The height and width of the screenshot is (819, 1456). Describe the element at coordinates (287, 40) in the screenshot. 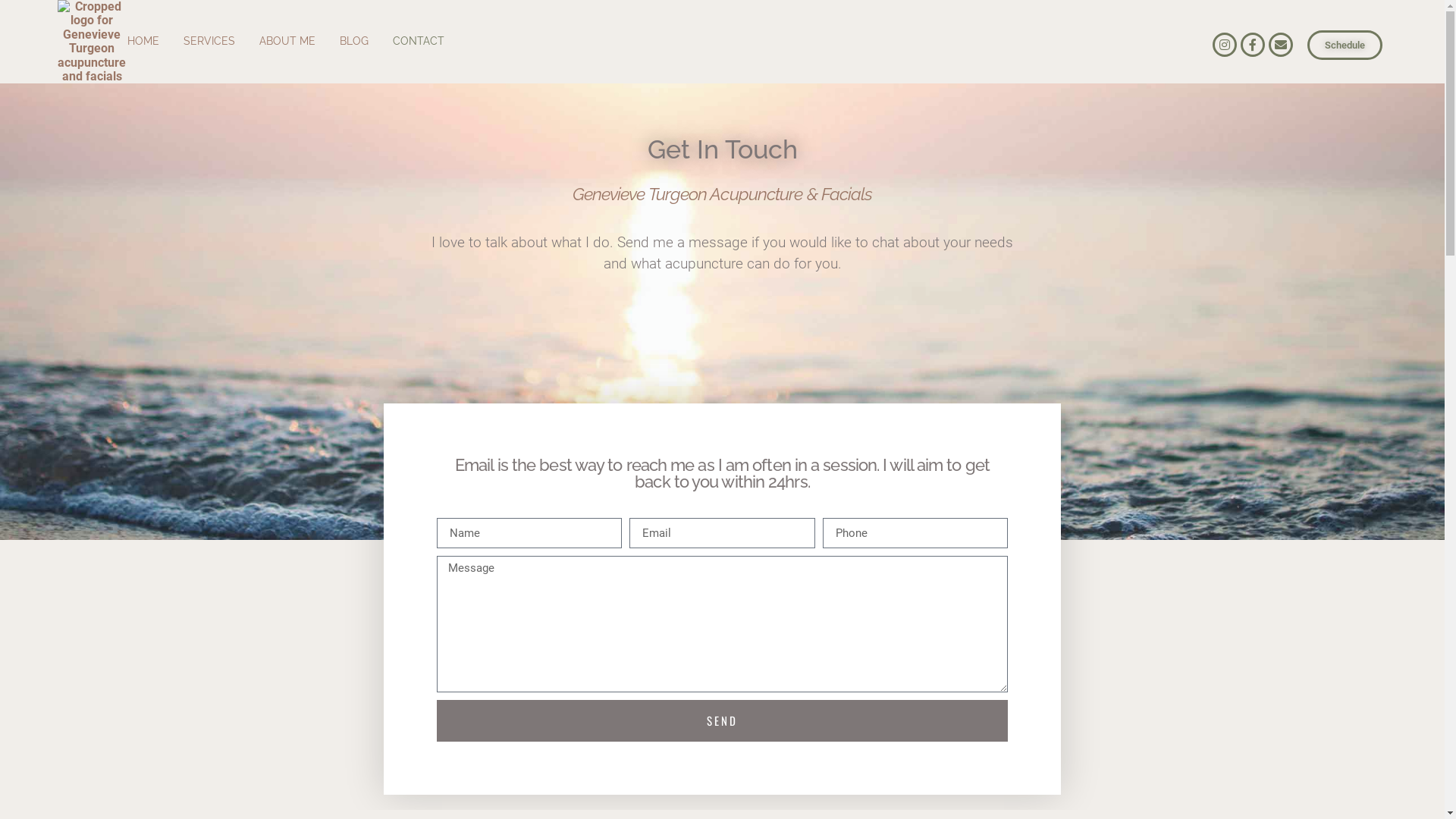

I see `'ABOUT ME'` at that location.